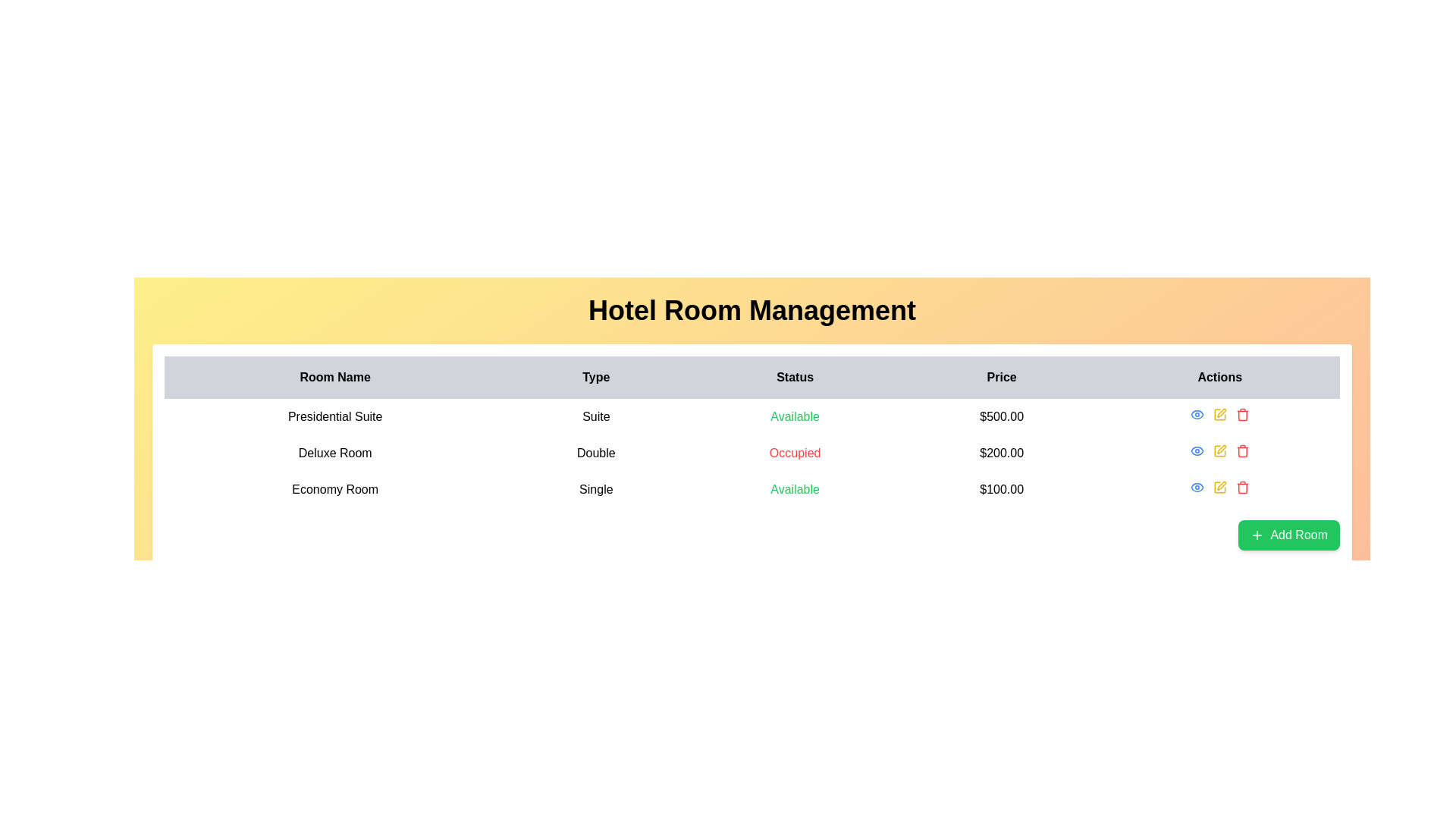  Describe the element at coordinates (1002, 489) in the screenshot. I see `the price text label for the Economy Room located in the rightmost column under the 'Price' header in the data table` at that location.